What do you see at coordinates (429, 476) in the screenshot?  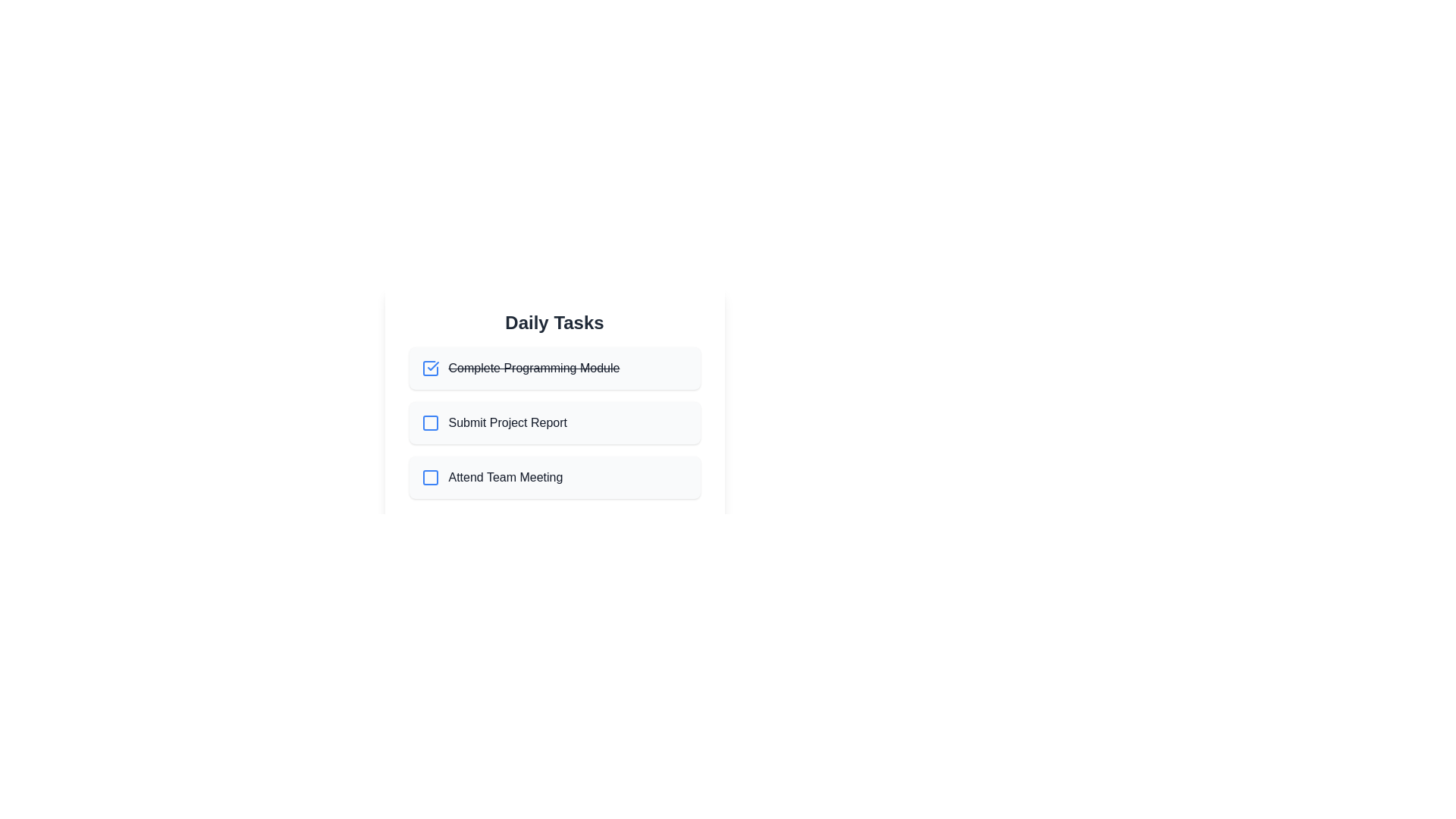 I see `the status icon representing 'Attend Team Meeting'` at bounding box center [429, 476].